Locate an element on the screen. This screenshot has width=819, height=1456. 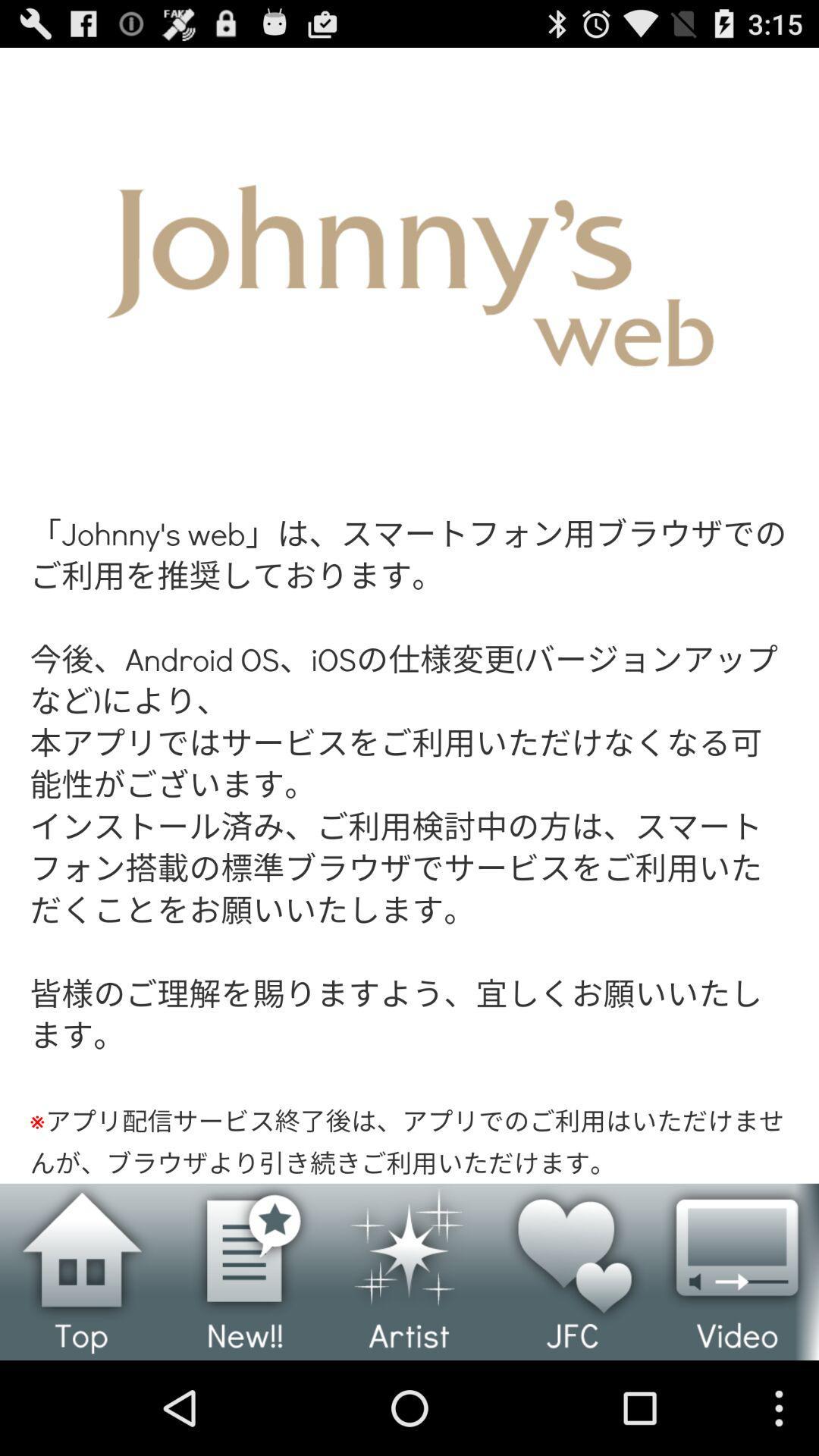
the favorite icon is located at coordinates (573, 1361).